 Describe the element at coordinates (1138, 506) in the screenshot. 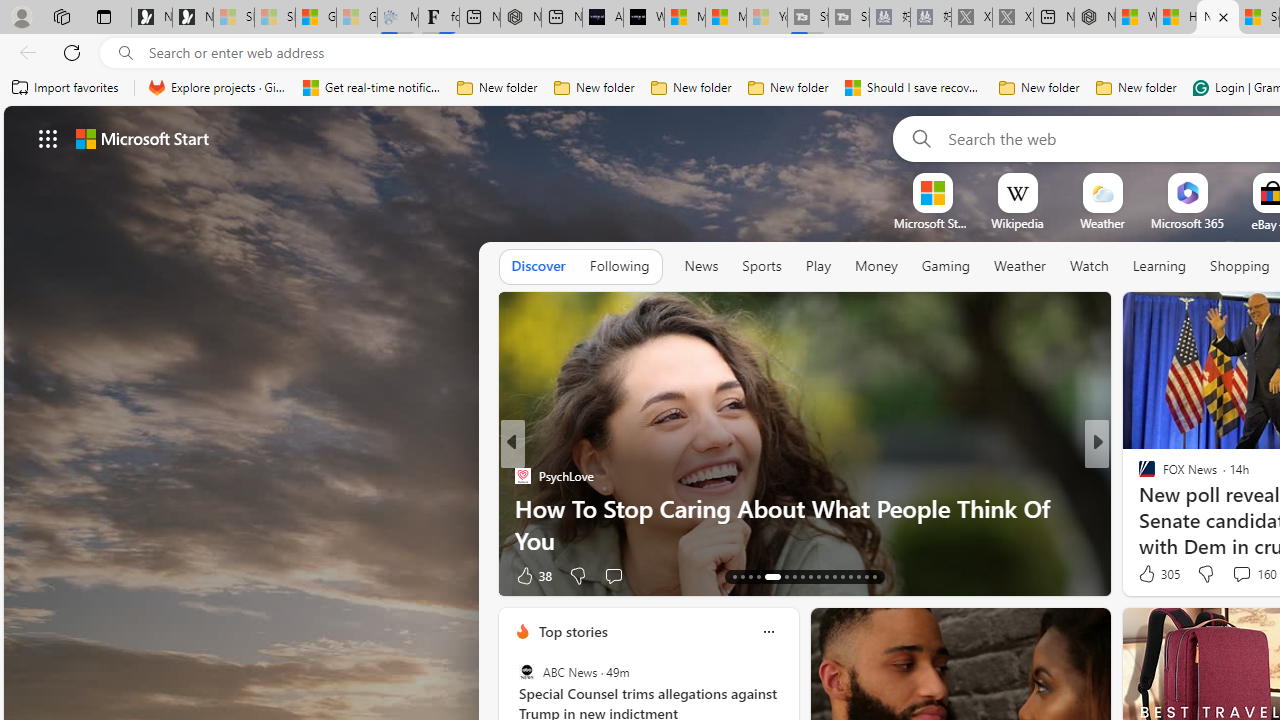

I see `'Tom'` at that location.